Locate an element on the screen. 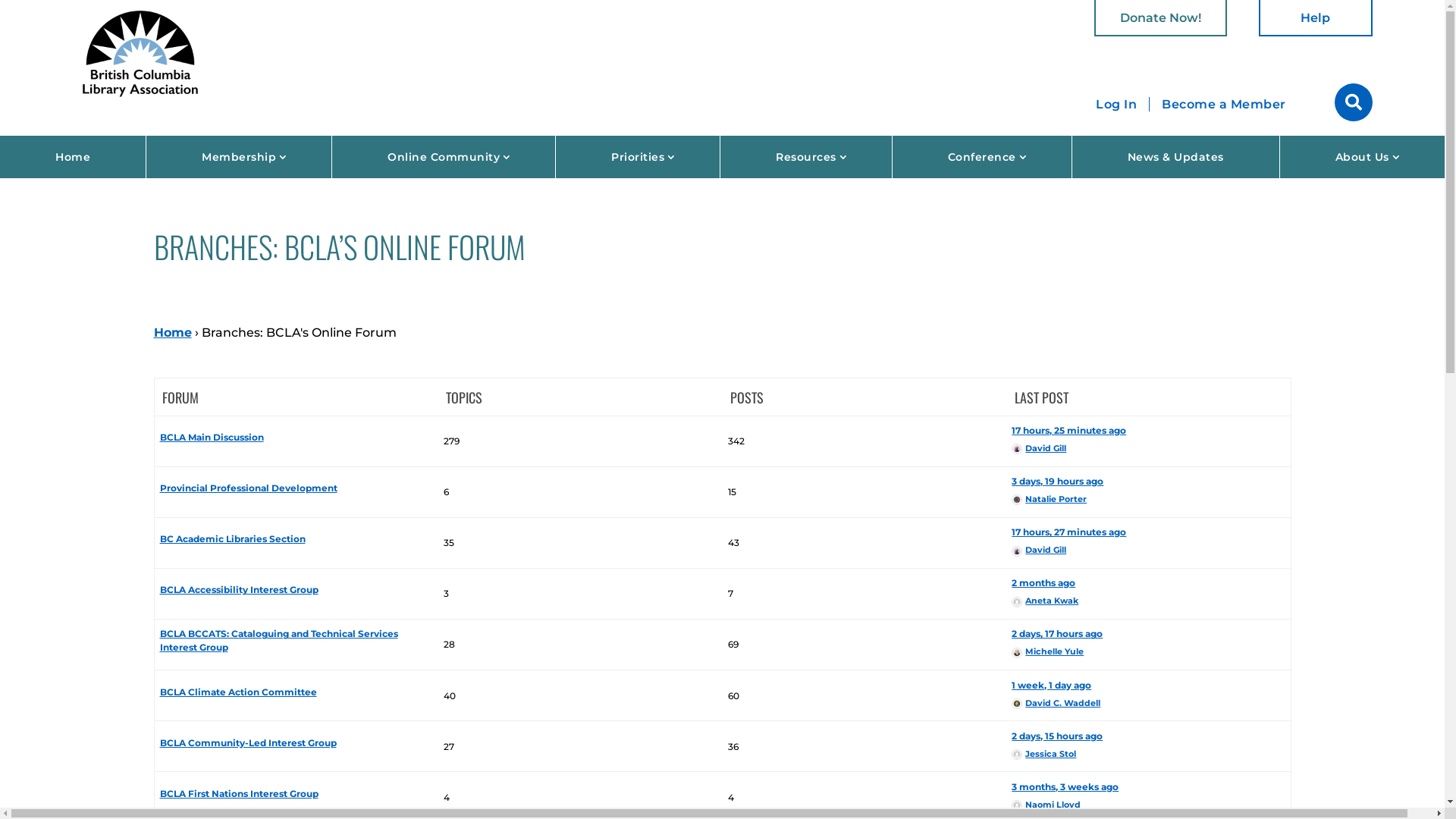  'BCLA Logo' is located at coordinates (140, 52).